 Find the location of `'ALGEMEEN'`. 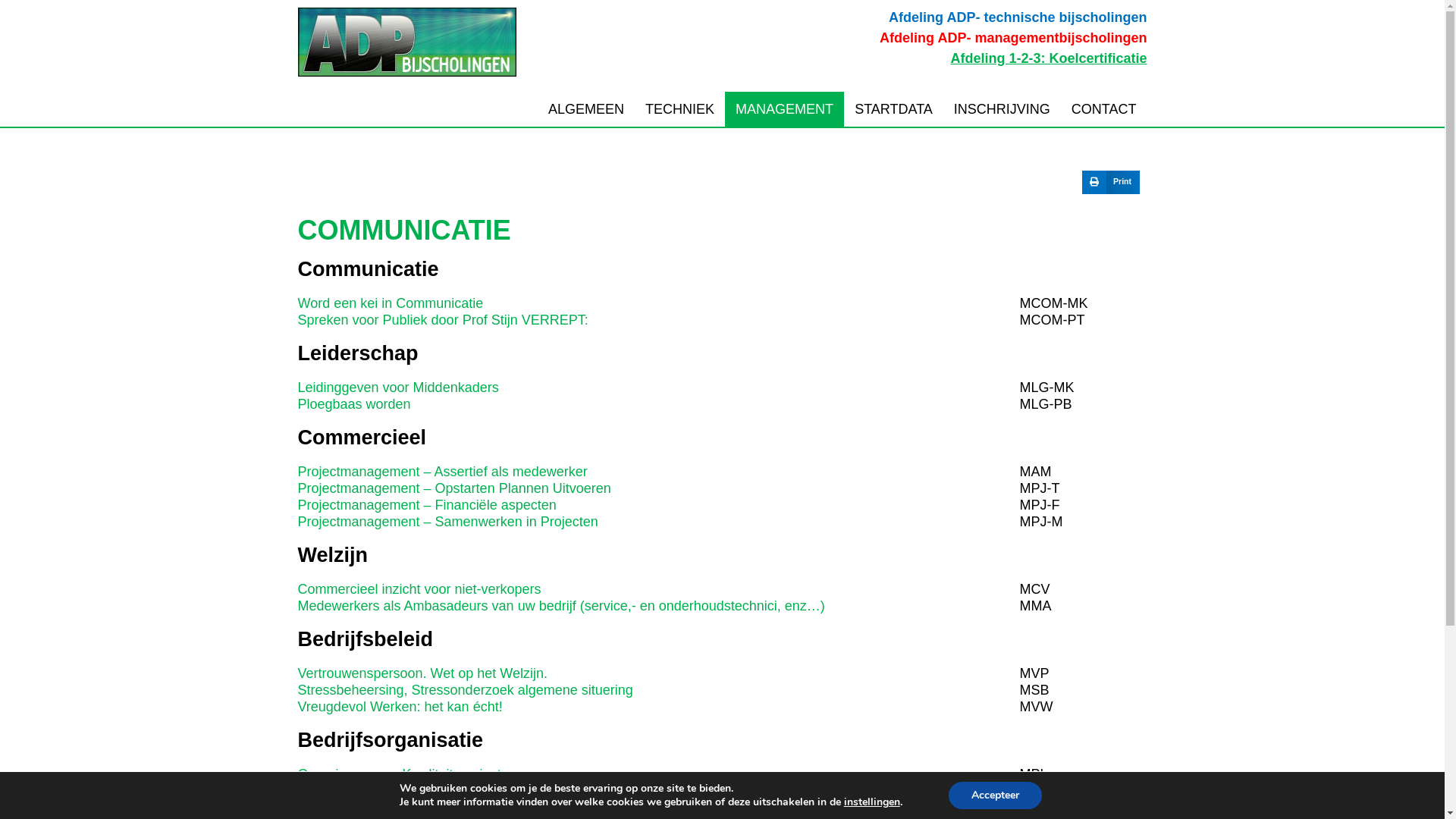

'ALGEMEEN' is located at coordinates (538, 108).